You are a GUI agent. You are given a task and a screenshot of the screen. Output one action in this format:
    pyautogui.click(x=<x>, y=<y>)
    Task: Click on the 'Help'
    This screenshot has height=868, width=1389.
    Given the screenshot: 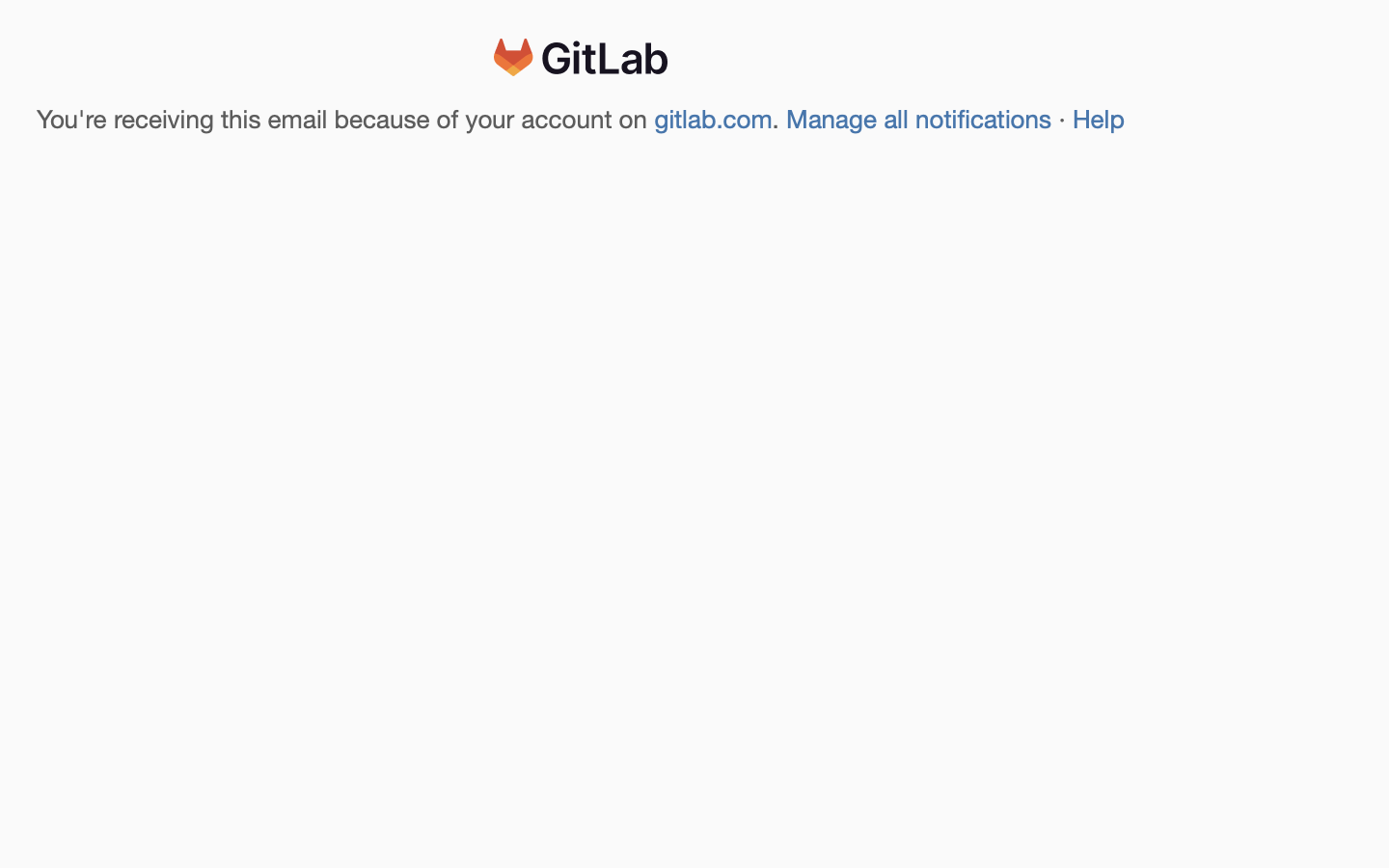 What is the action you would take?
    pyautogui.click(x=1098, y=120)
    